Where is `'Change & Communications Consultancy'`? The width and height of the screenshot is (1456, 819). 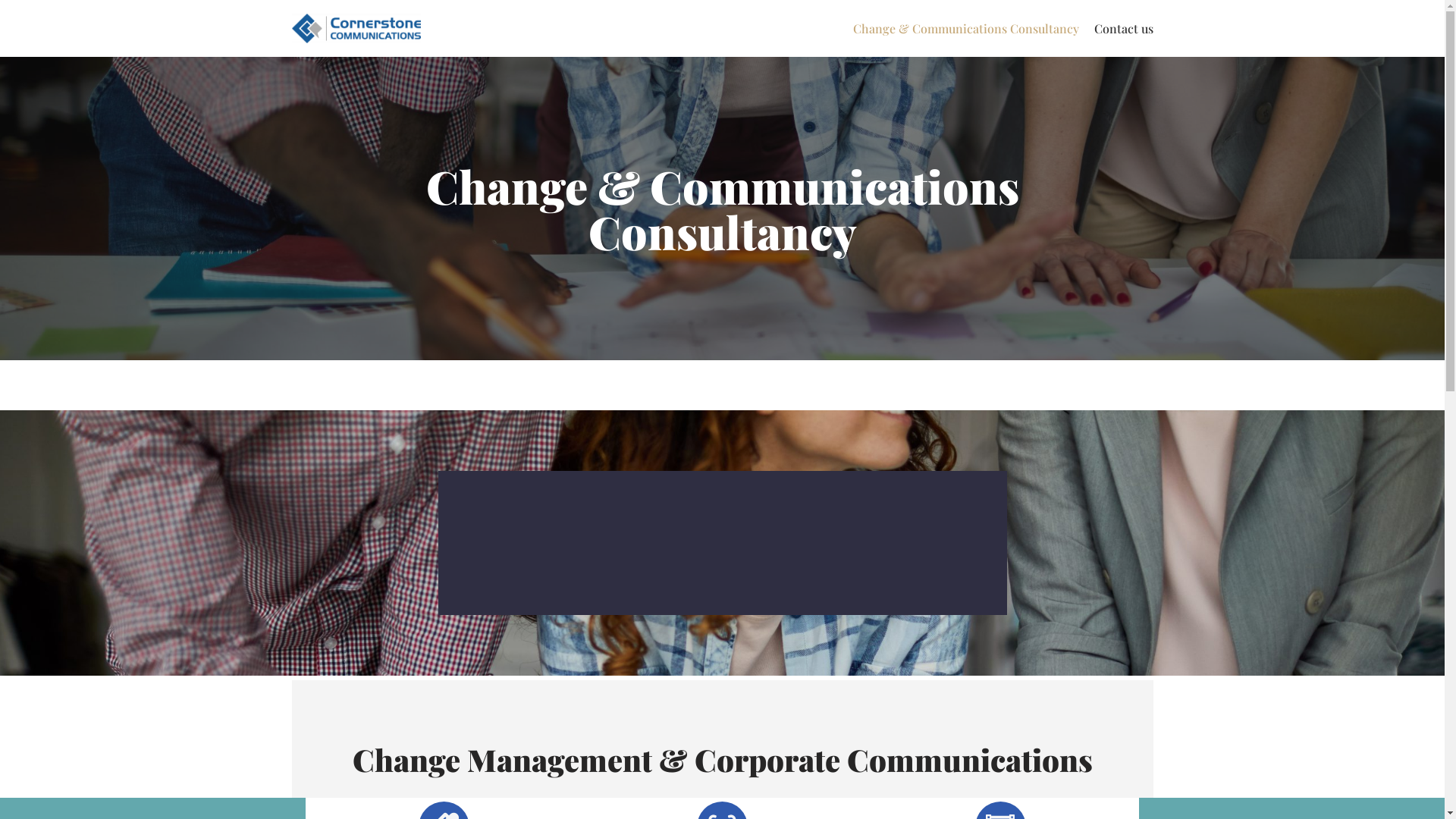
'Change & Communications Consultancy' is located at coordinates (964, 29).